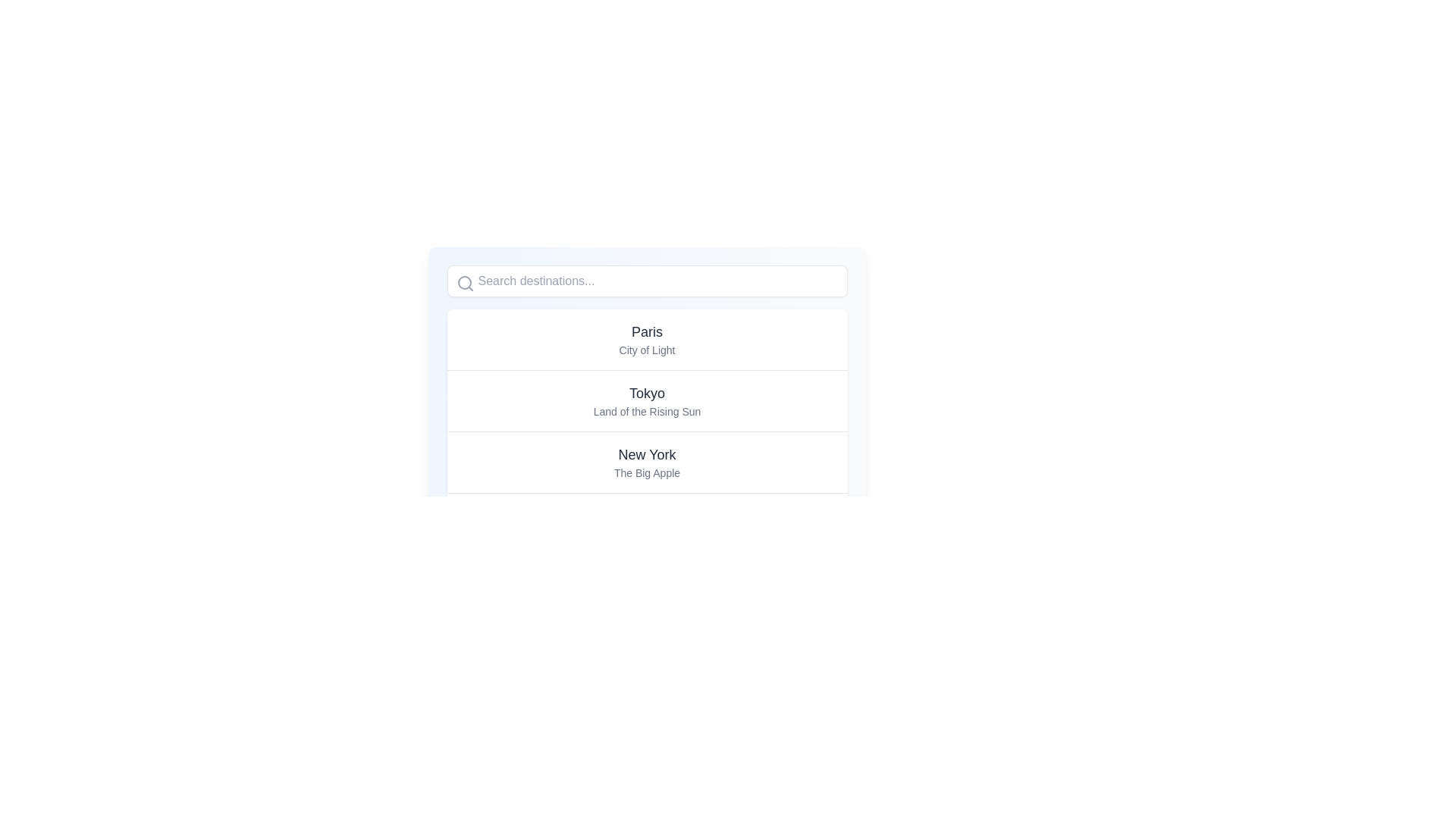 This screenshot has width=1456, height=819. What do you see at coordinates (647, 461) in the screenshot?
I see `to select the destination 'New York', which is the third item in a vertically-stacked list of destinations, featuring bold text on a white background` at bounding box center [647, 461].